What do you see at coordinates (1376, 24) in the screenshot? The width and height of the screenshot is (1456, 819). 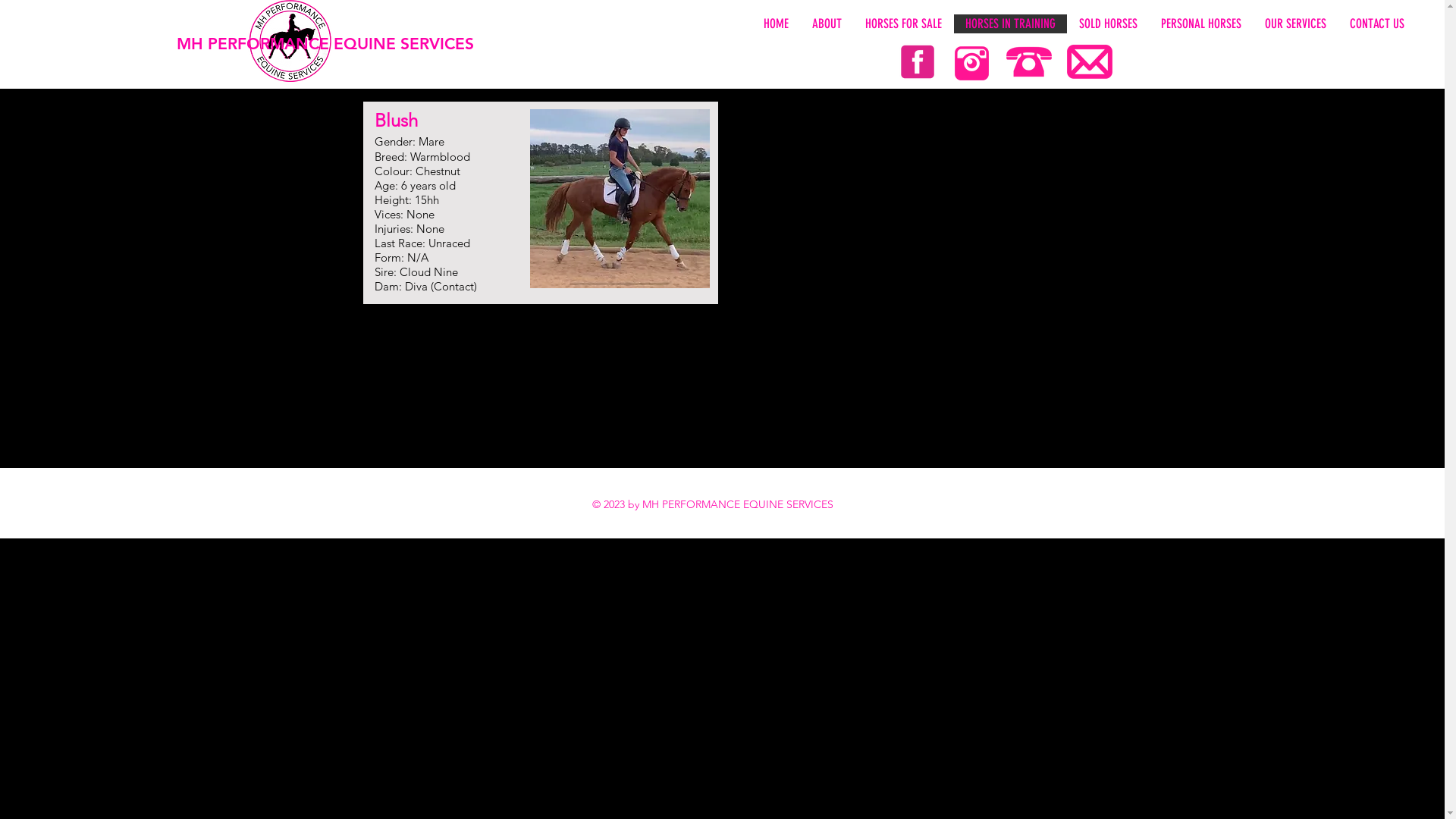 I see `'CONTACT US'` at bounding box center [1376, 24].